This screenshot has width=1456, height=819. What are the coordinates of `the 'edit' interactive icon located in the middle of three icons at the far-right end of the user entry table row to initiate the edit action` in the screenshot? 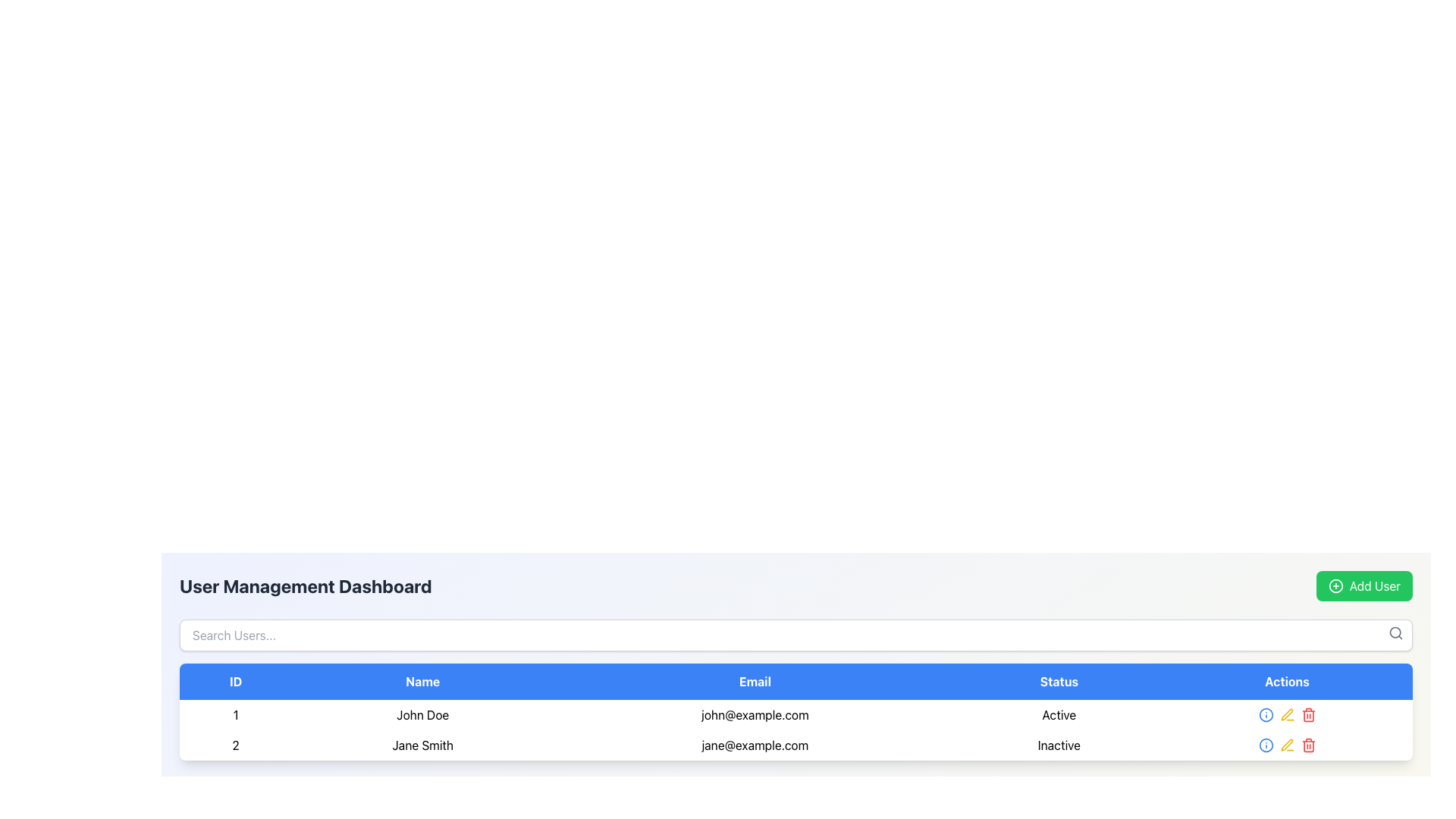 It's located at (1286, 714).